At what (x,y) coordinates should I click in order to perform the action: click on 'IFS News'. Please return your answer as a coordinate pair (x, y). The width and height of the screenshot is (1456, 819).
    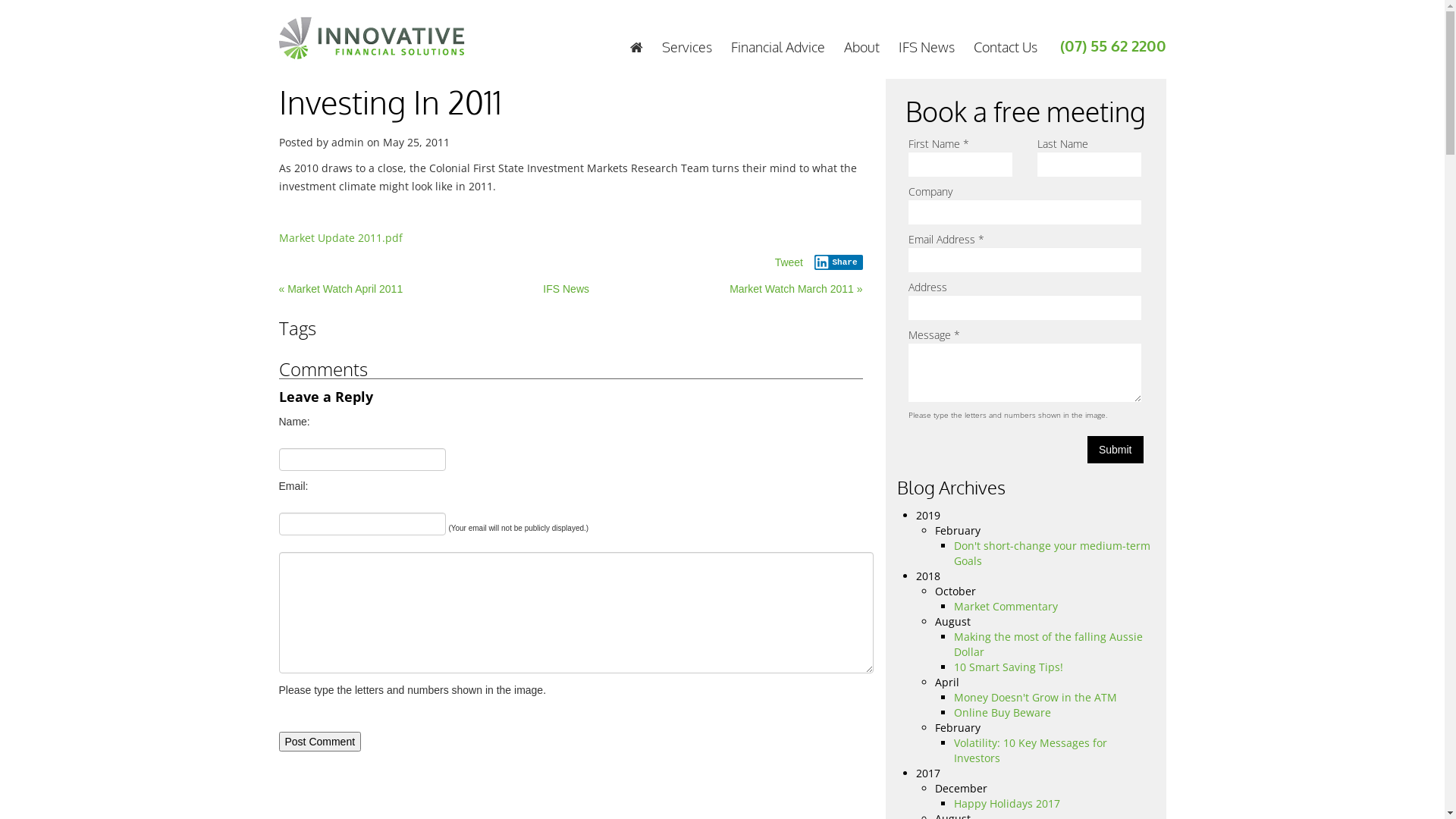
    Looking at the image, I should click on (565, 289).